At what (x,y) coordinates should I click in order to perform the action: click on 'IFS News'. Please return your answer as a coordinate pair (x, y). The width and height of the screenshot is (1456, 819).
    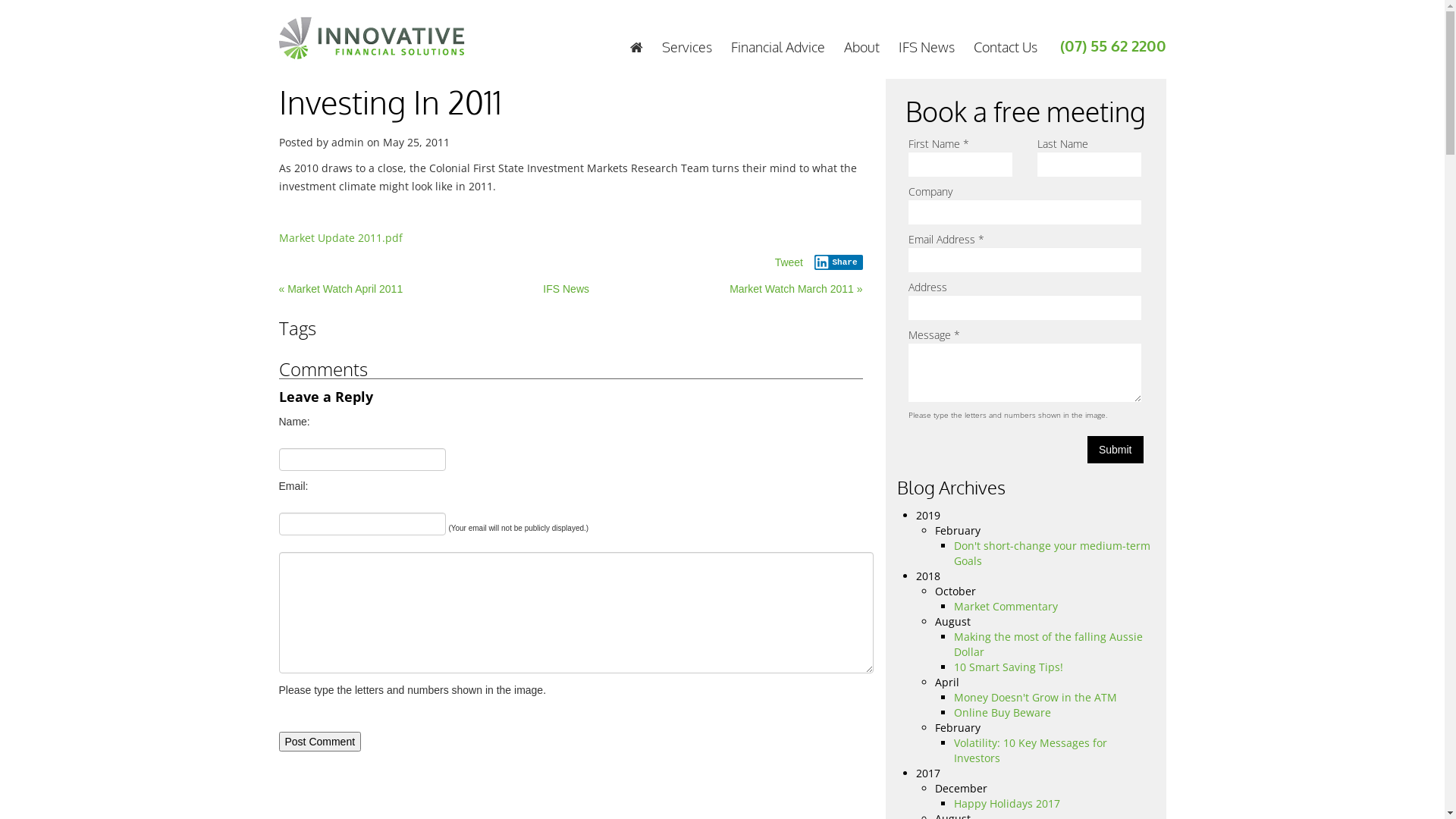
    Looking at the image, I should click on (565, 289).